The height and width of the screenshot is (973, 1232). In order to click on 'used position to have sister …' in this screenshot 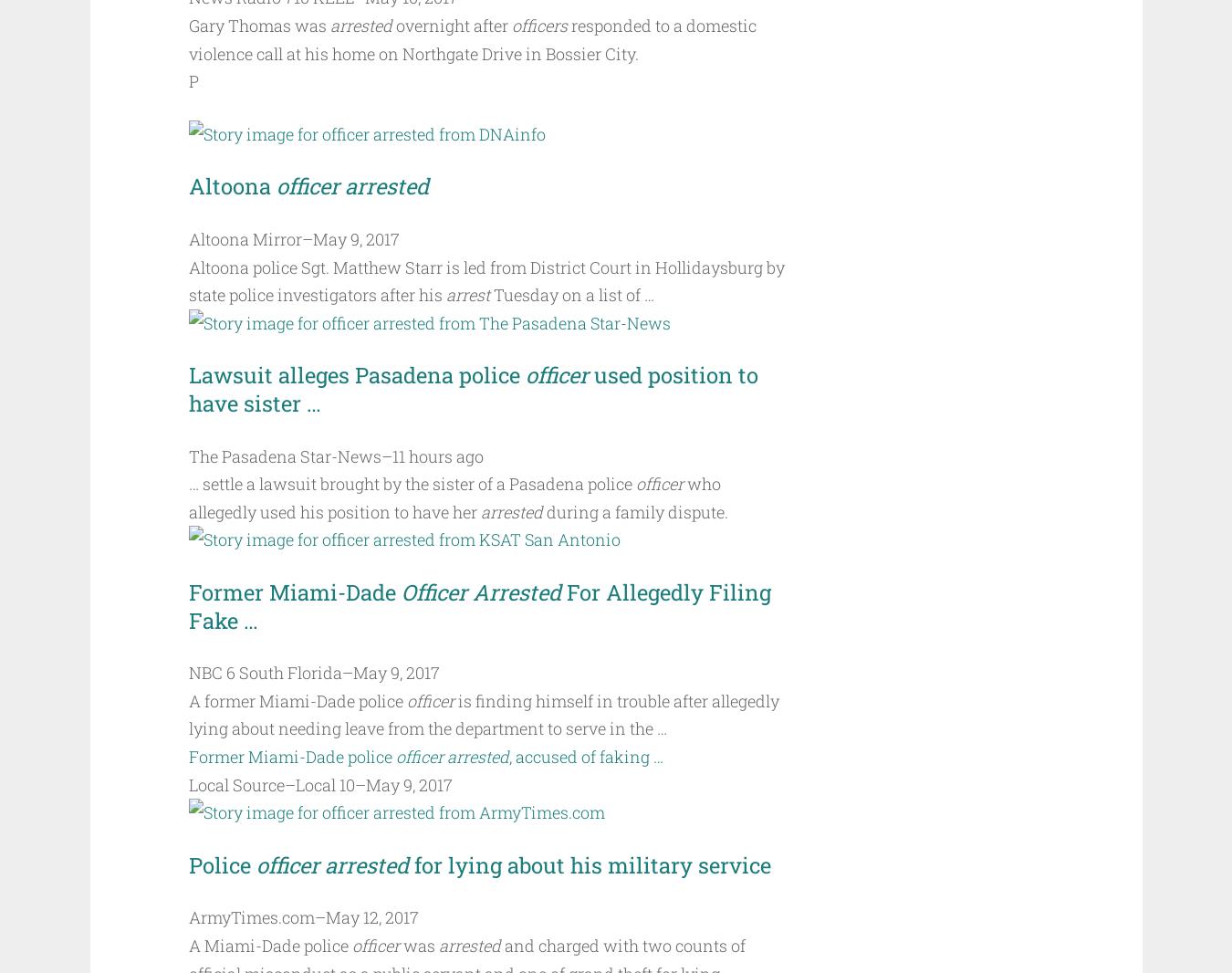, I will do `click(188, 389)`.